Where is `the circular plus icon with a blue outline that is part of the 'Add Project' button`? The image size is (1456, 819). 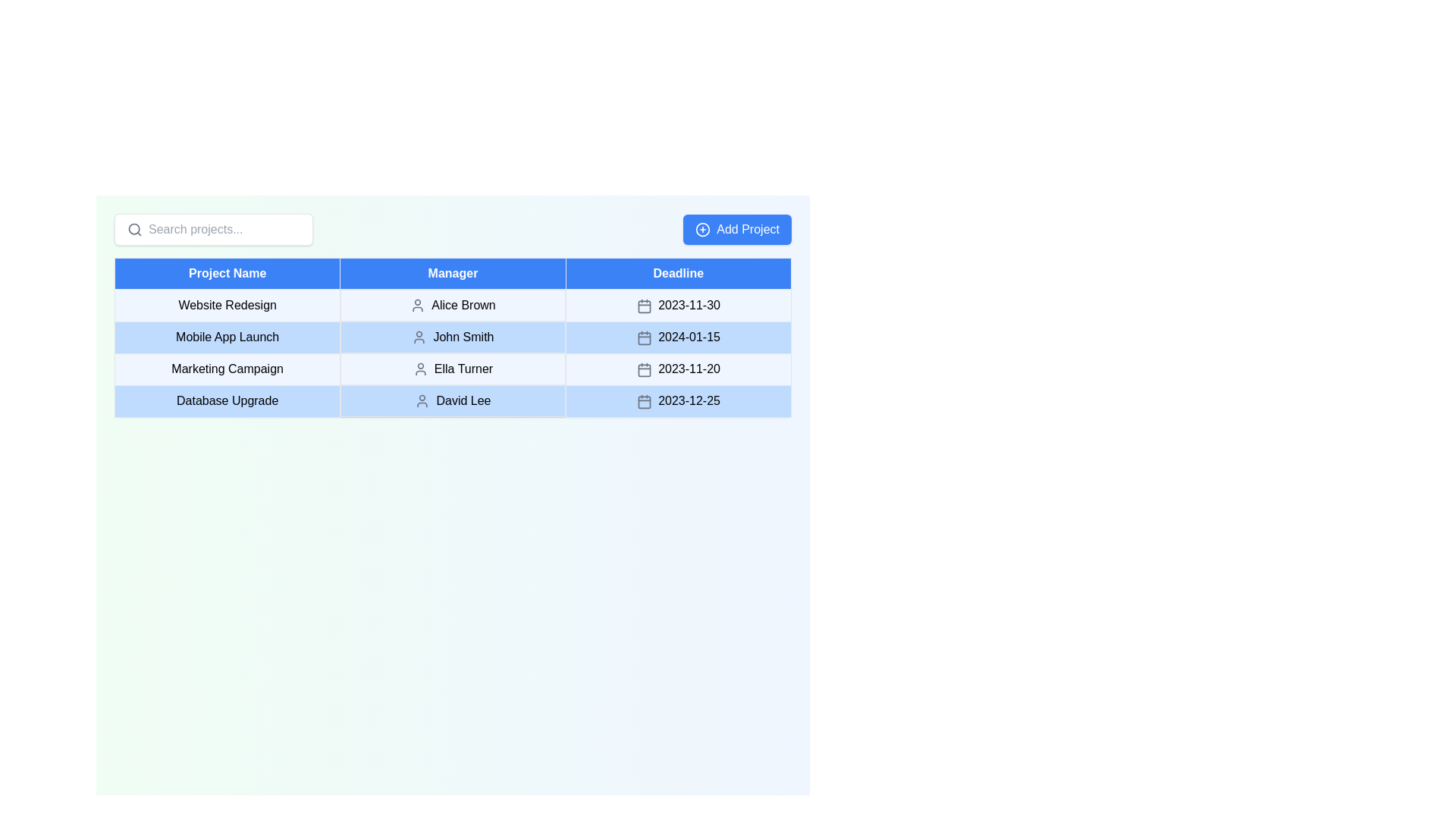
the circular plus icon with a blue outline that is part of the 'Add Project' button is located at coordinates (702, 230).